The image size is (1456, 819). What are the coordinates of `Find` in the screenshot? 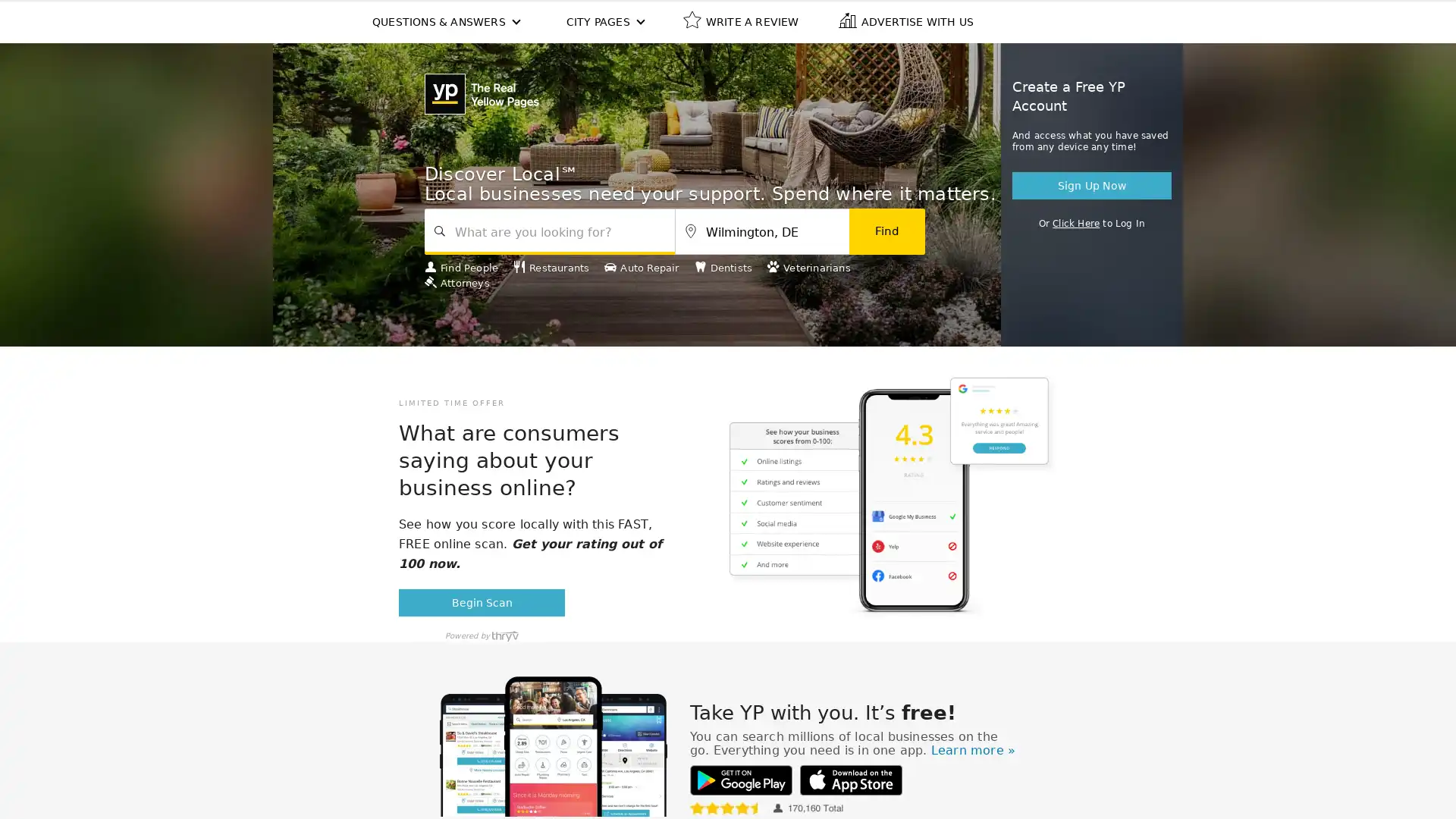 It's located at (887, 231).